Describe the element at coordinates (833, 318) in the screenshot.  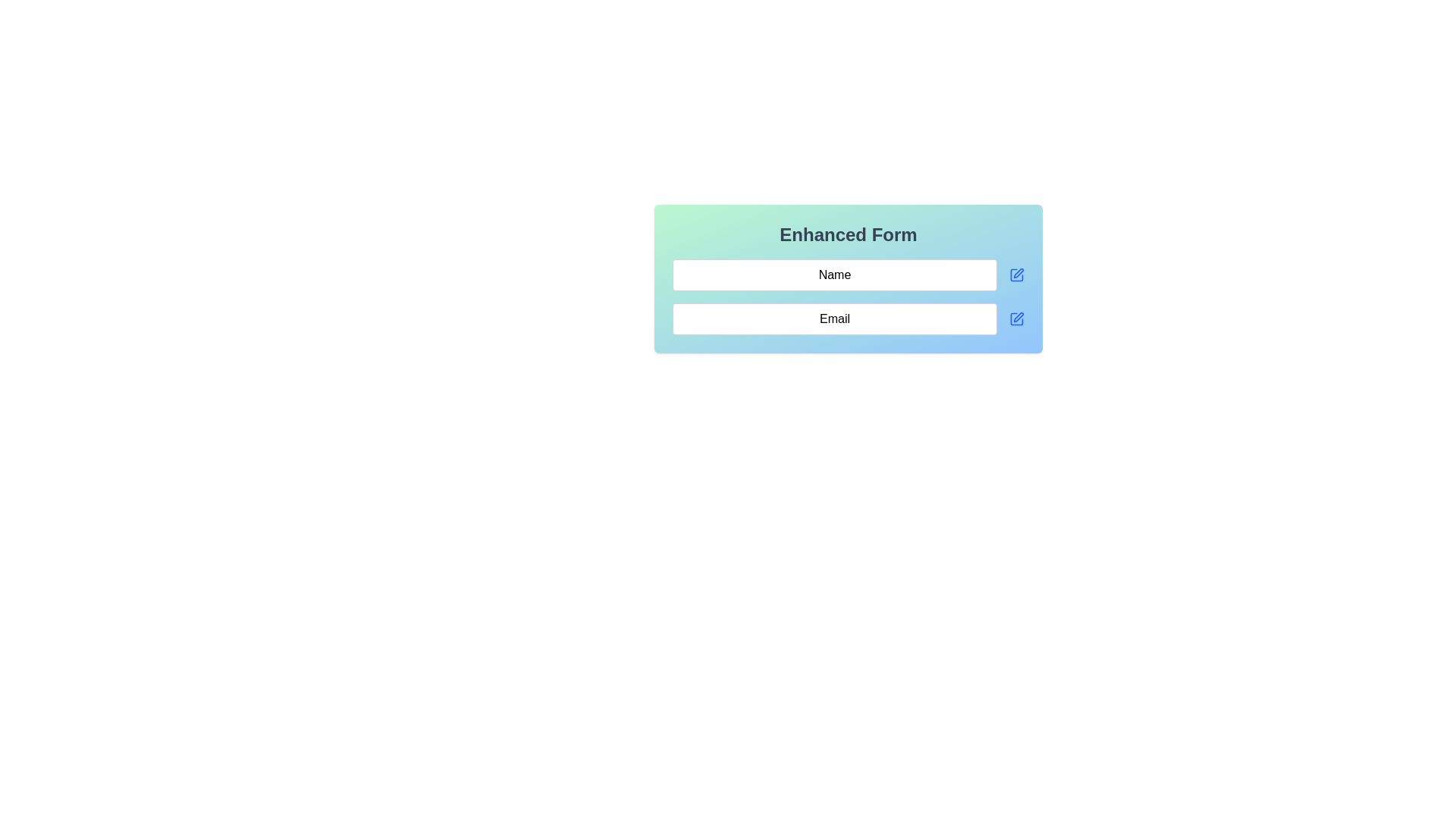
I see `on the email address input field located below the 'Name' field in the 'Enhanced Form'` at that location.